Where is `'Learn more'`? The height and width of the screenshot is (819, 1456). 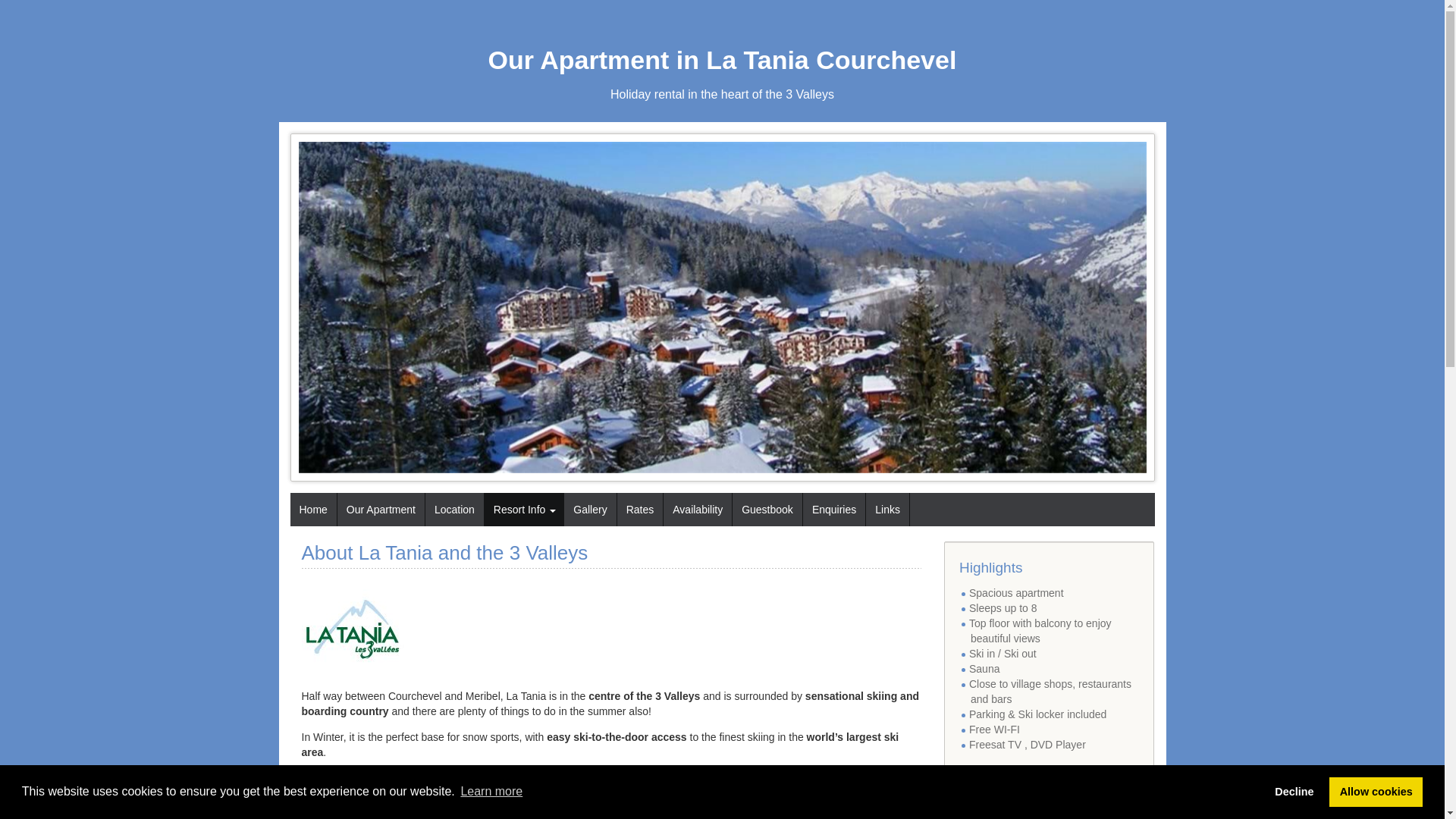 'Learn more' is located at coordinates (457, 791).